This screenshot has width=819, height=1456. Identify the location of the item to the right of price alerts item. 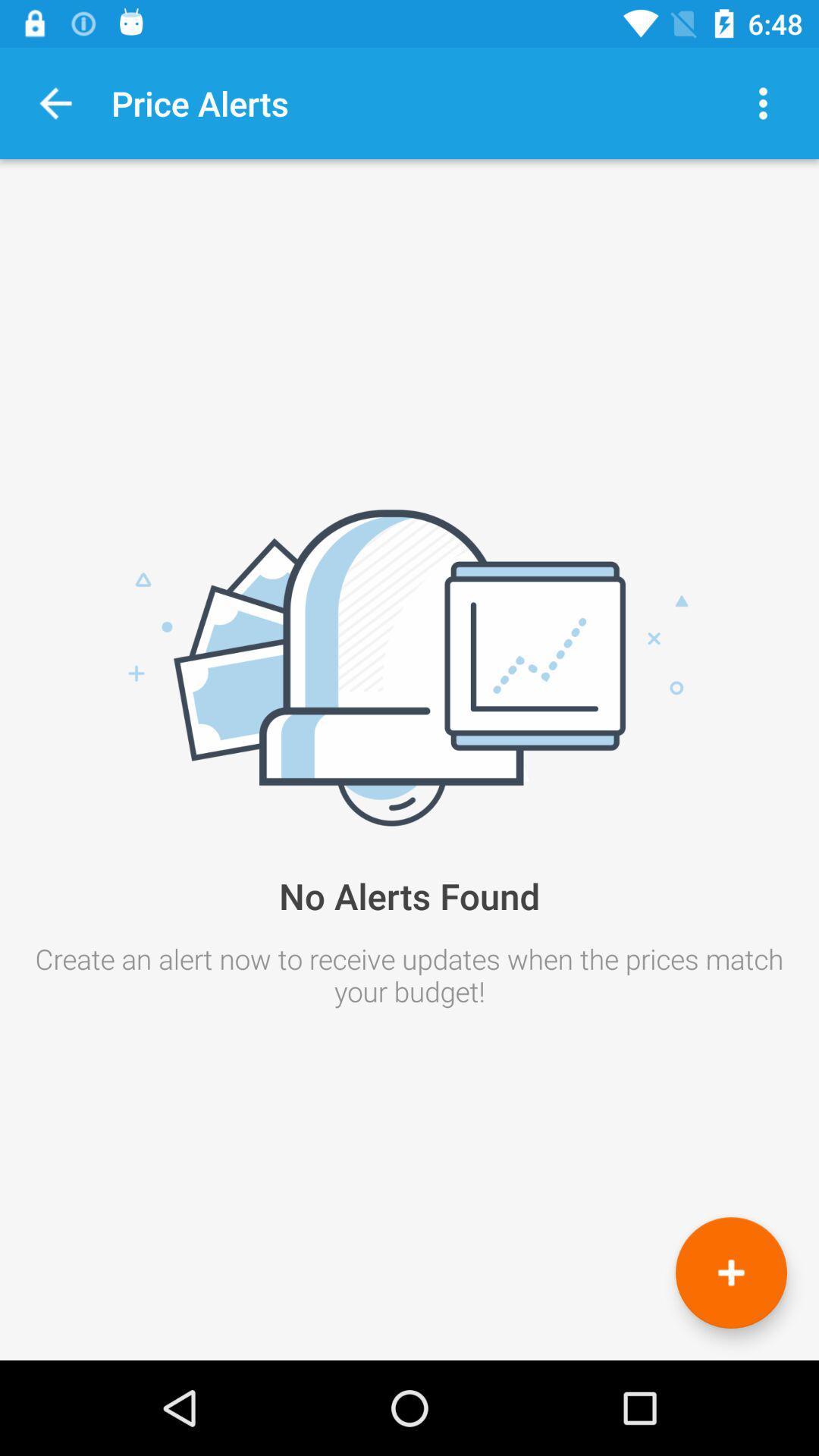
(763, 102).